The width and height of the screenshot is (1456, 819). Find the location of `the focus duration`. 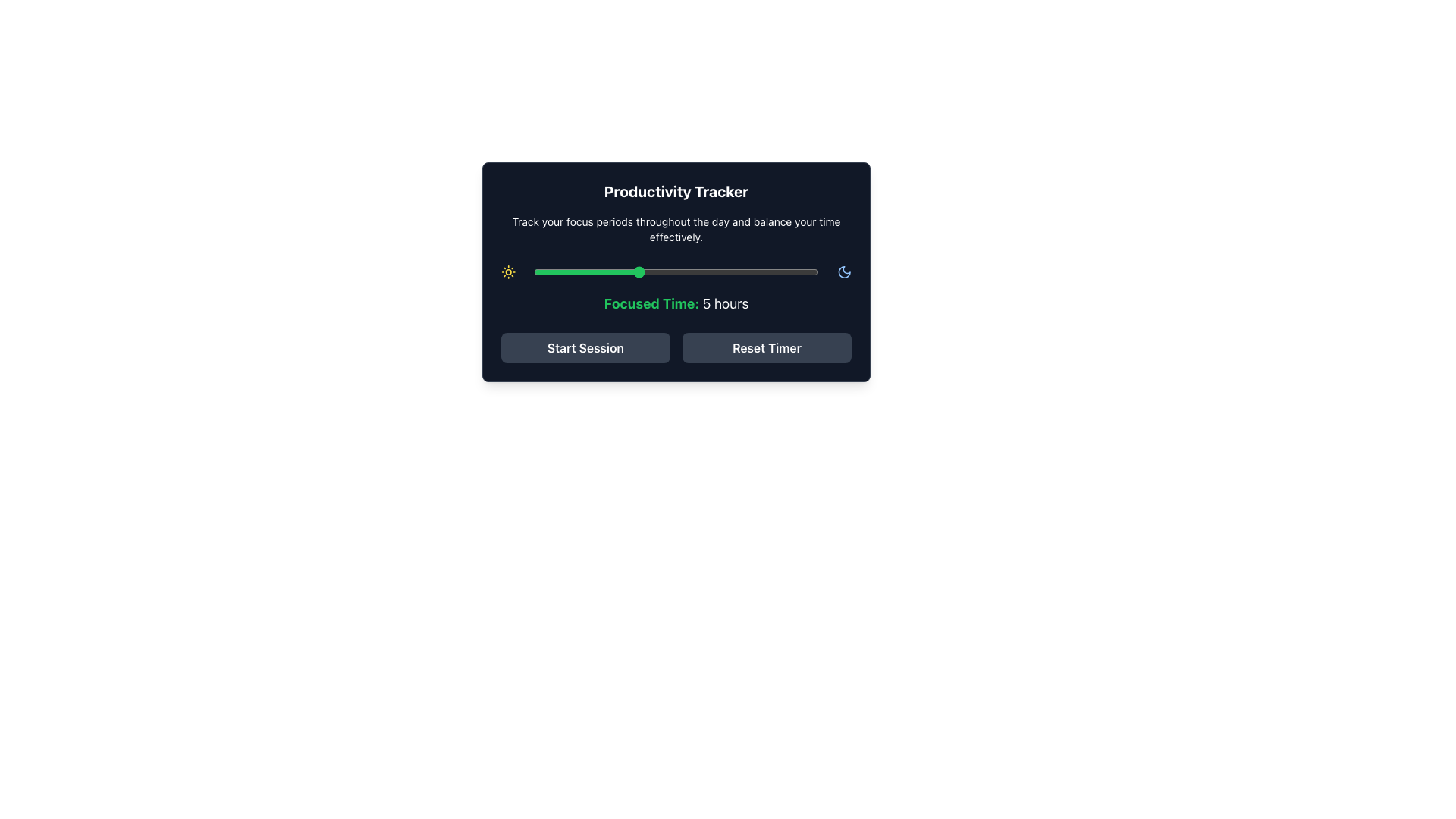

the focus duration is located at coordinates (767, 271).